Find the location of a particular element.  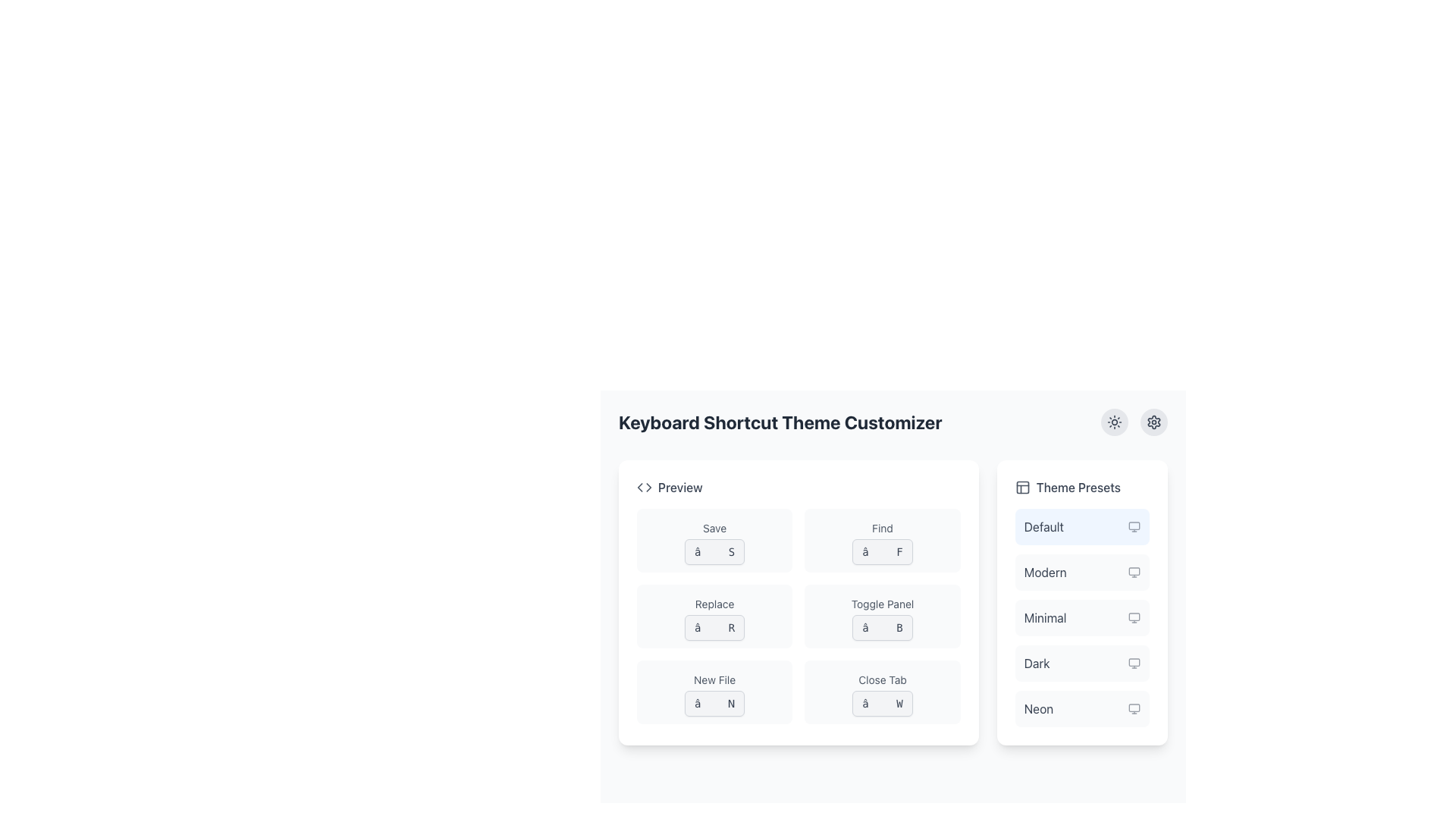

the 'Default' theme preset button located at the top of the 'Theme Presets' section on the right side of the interface is located at coordinates (1081, 526).